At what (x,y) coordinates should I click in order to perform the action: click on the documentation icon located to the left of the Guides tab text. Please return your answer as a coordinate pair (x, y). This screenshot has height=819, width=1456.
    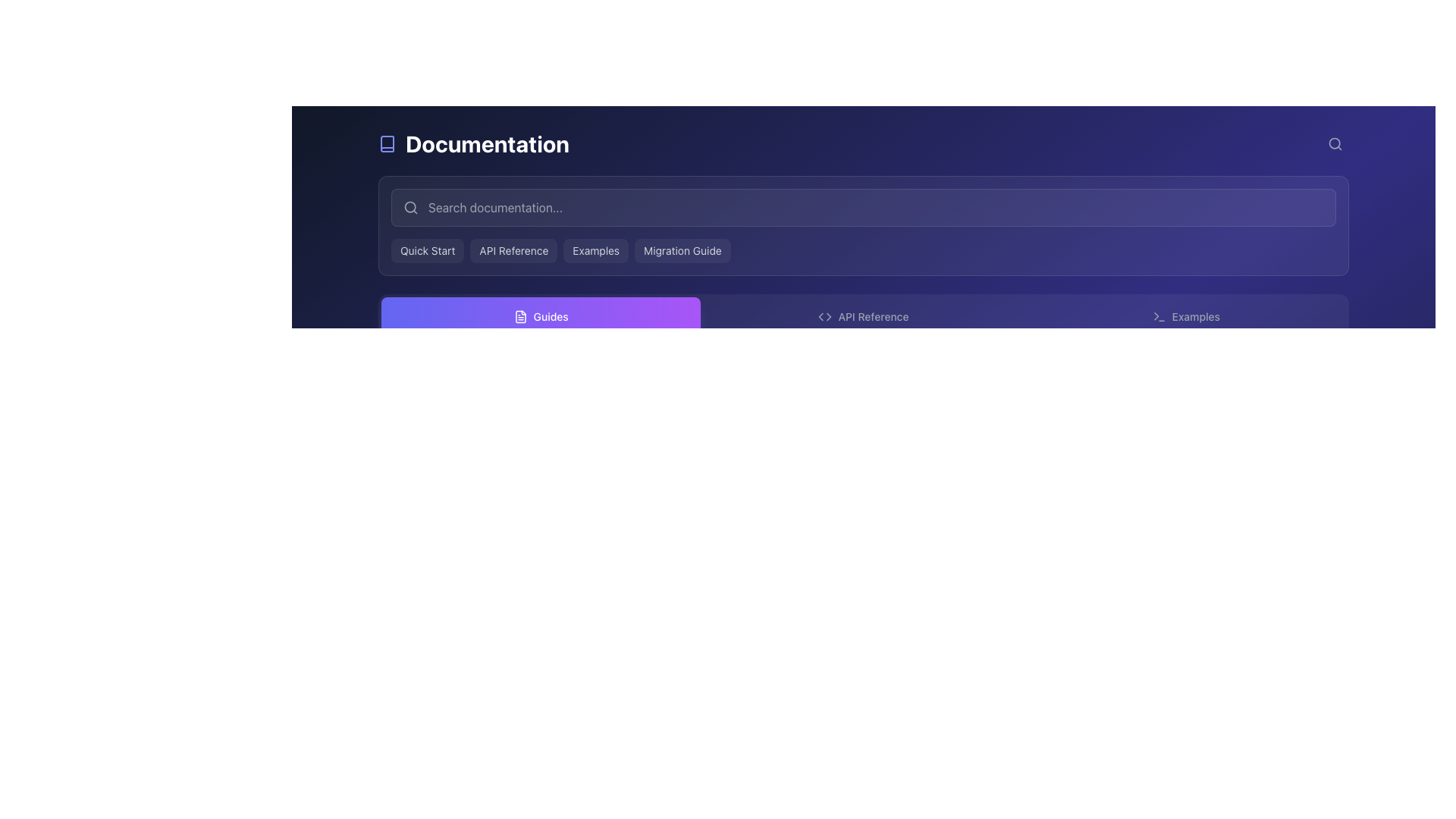
    Looking at the image, I should click on (520, 315).